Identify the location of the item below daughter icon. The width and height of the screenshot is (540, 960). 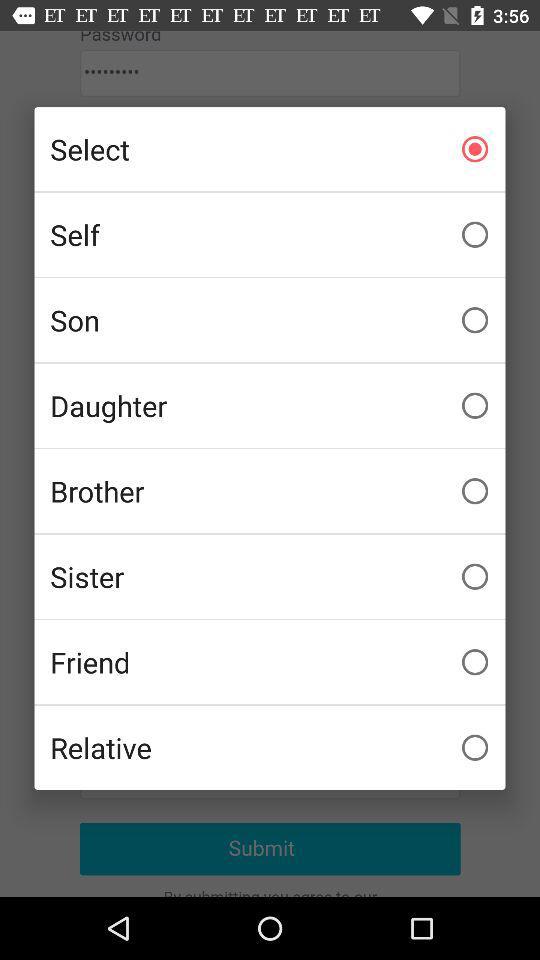
(270, 490).